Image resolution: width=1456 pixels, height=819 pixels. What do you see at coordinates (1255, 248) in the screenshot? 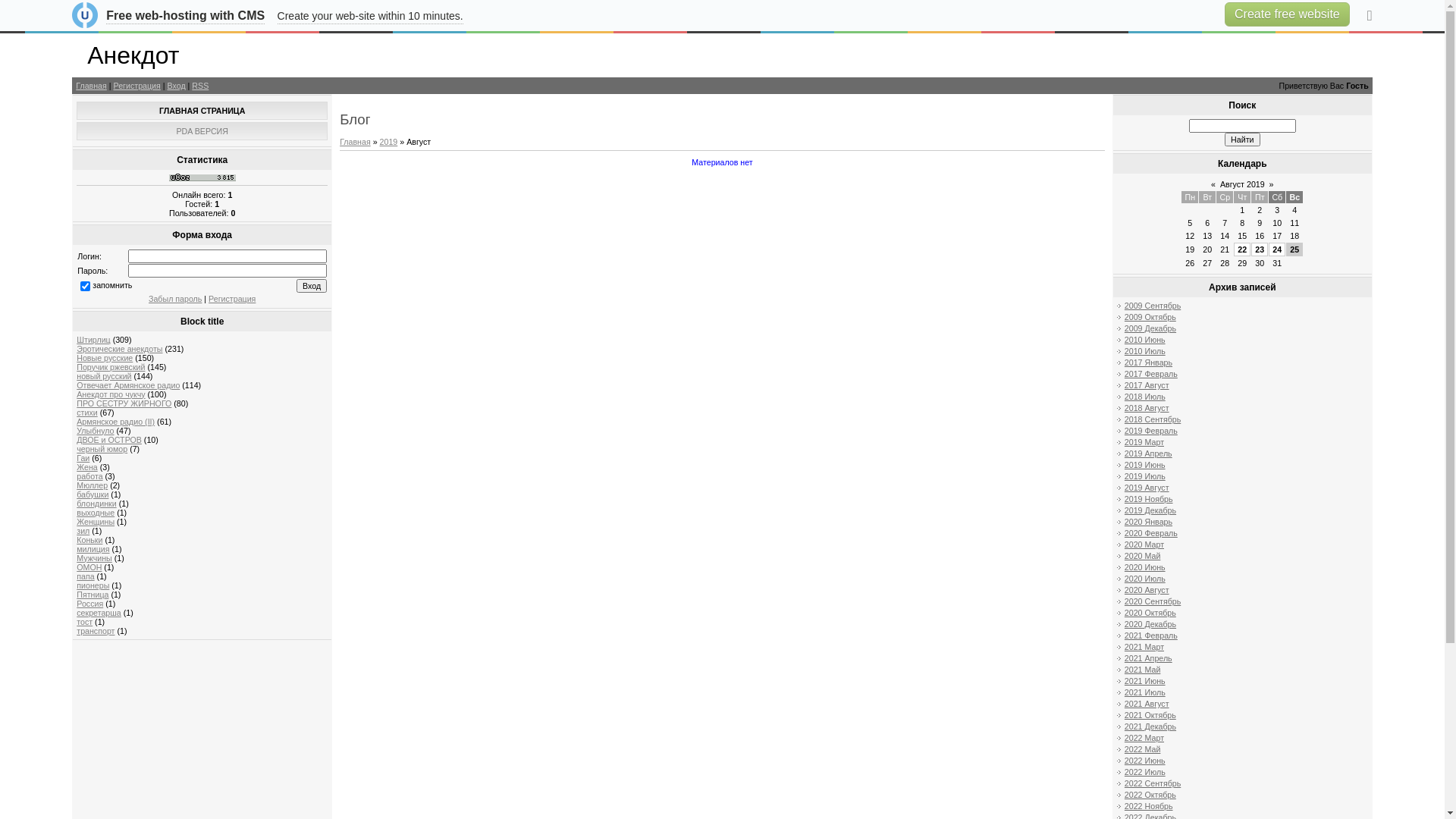
I see `'23'` at bounding box center [1255, 248].